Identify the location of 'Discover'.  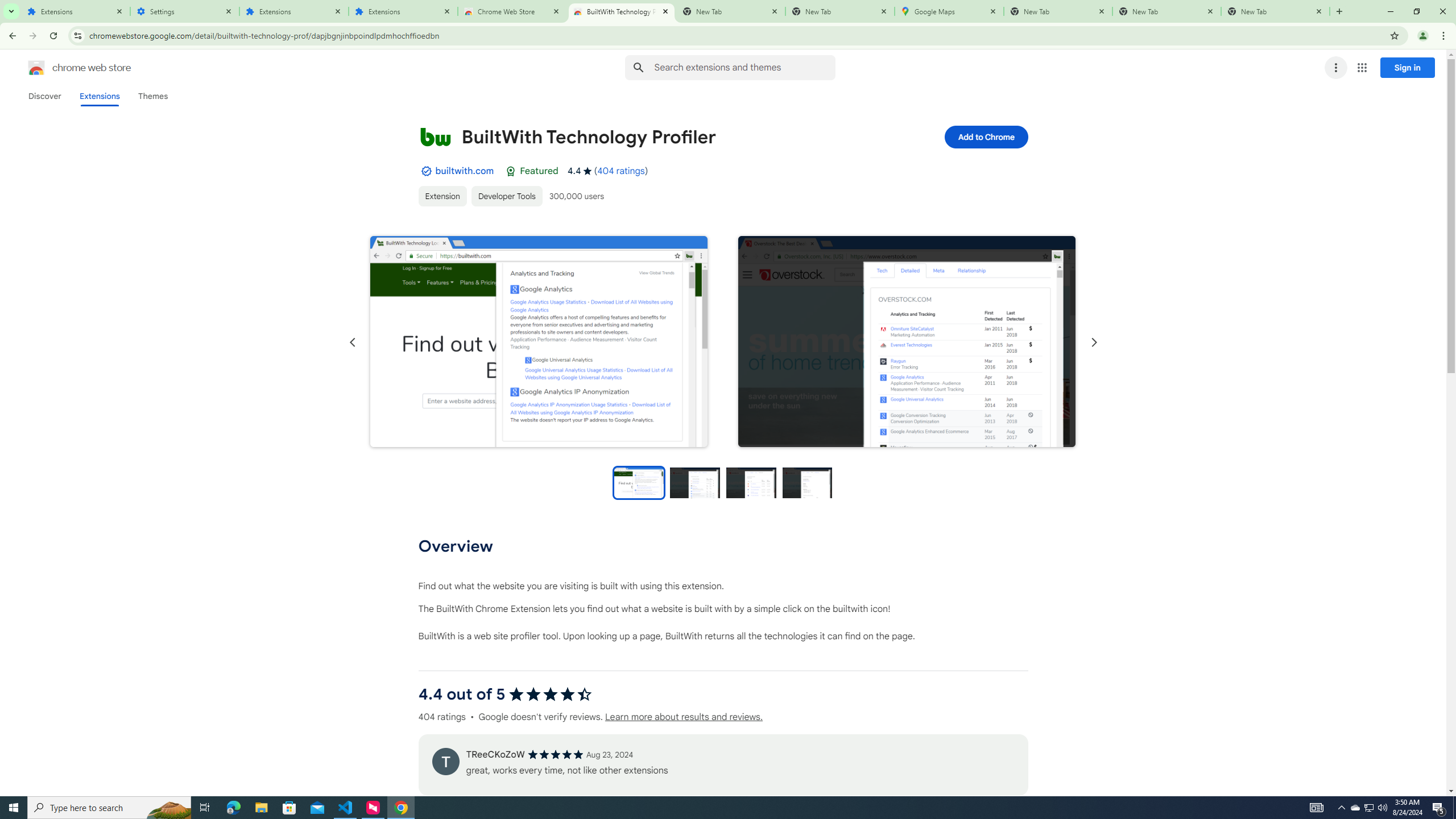
(44, 96).